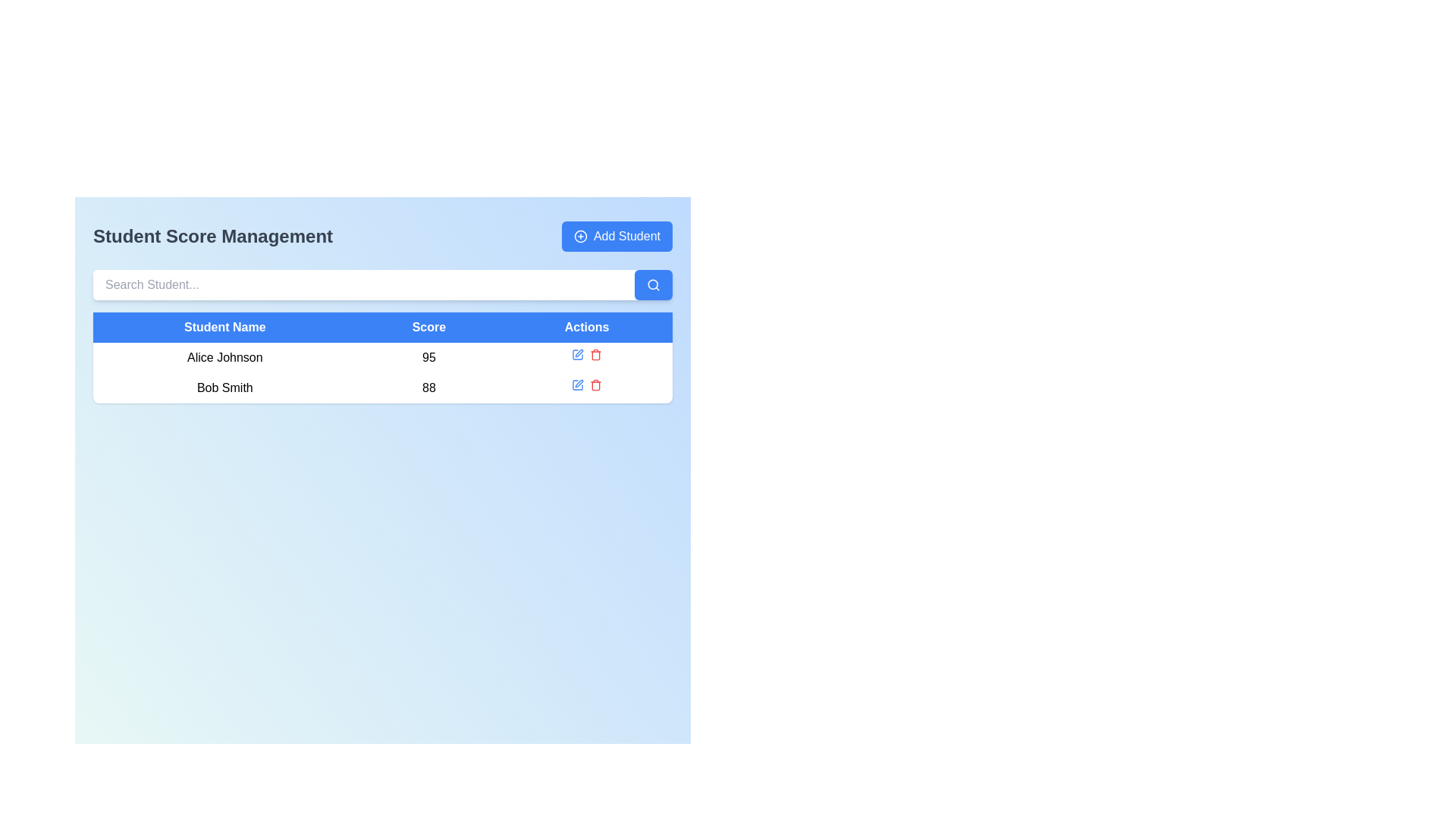 Image resolution: width=1456 pixels, height=819 pixels. Describe the element at coordinates (428, 357) in the screenshot. I see `the score display element showing '95' for the student 'Alice Johnson' in the Score column of the table` at that location.